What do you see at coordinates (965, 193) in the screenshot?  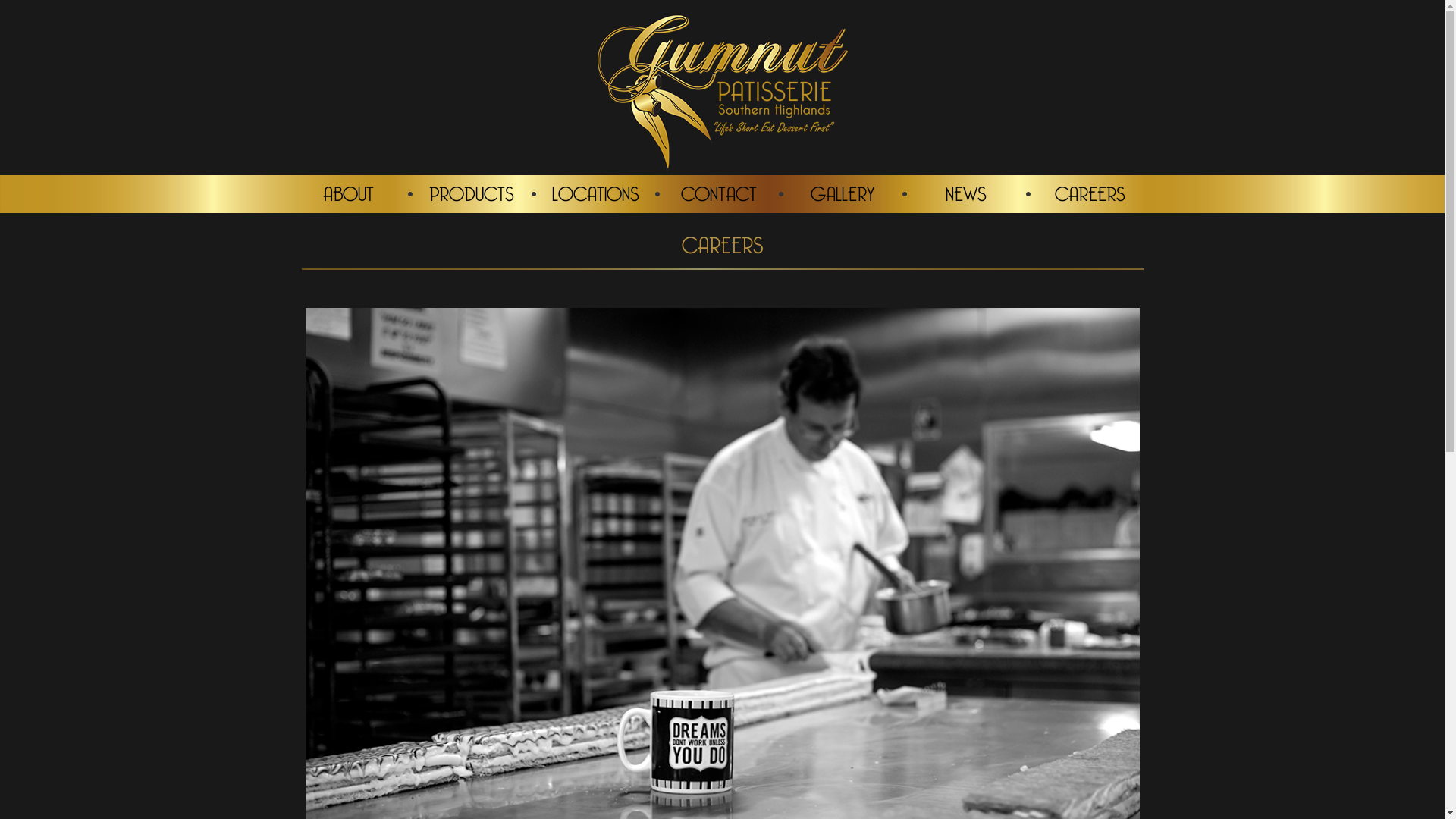 I see `'NEWS'` at bounding box center [965, 193].